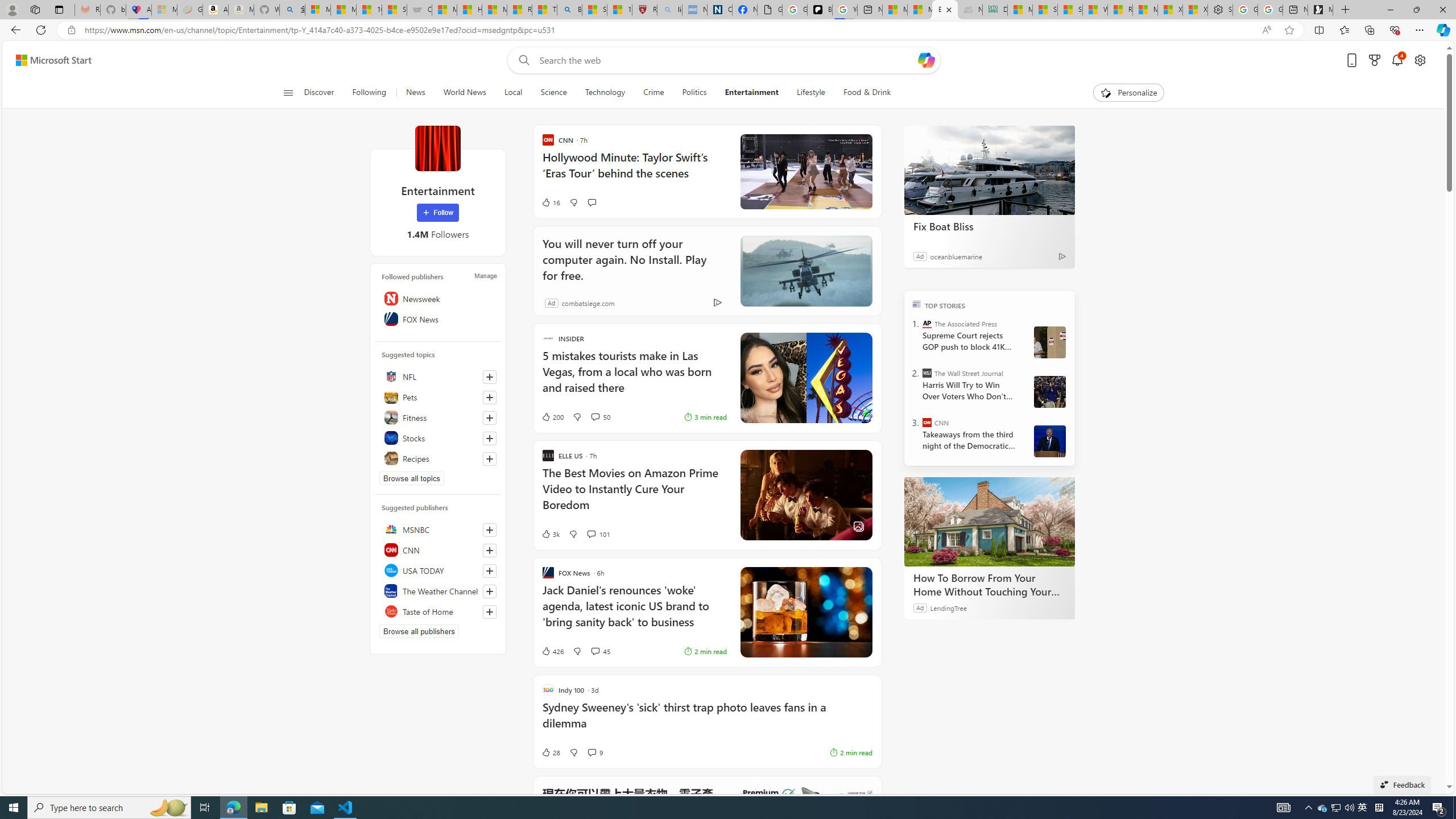 The width and height of the screenshot is (1456, 819). I want to click on 'The Associated Press', so click(927, 323).